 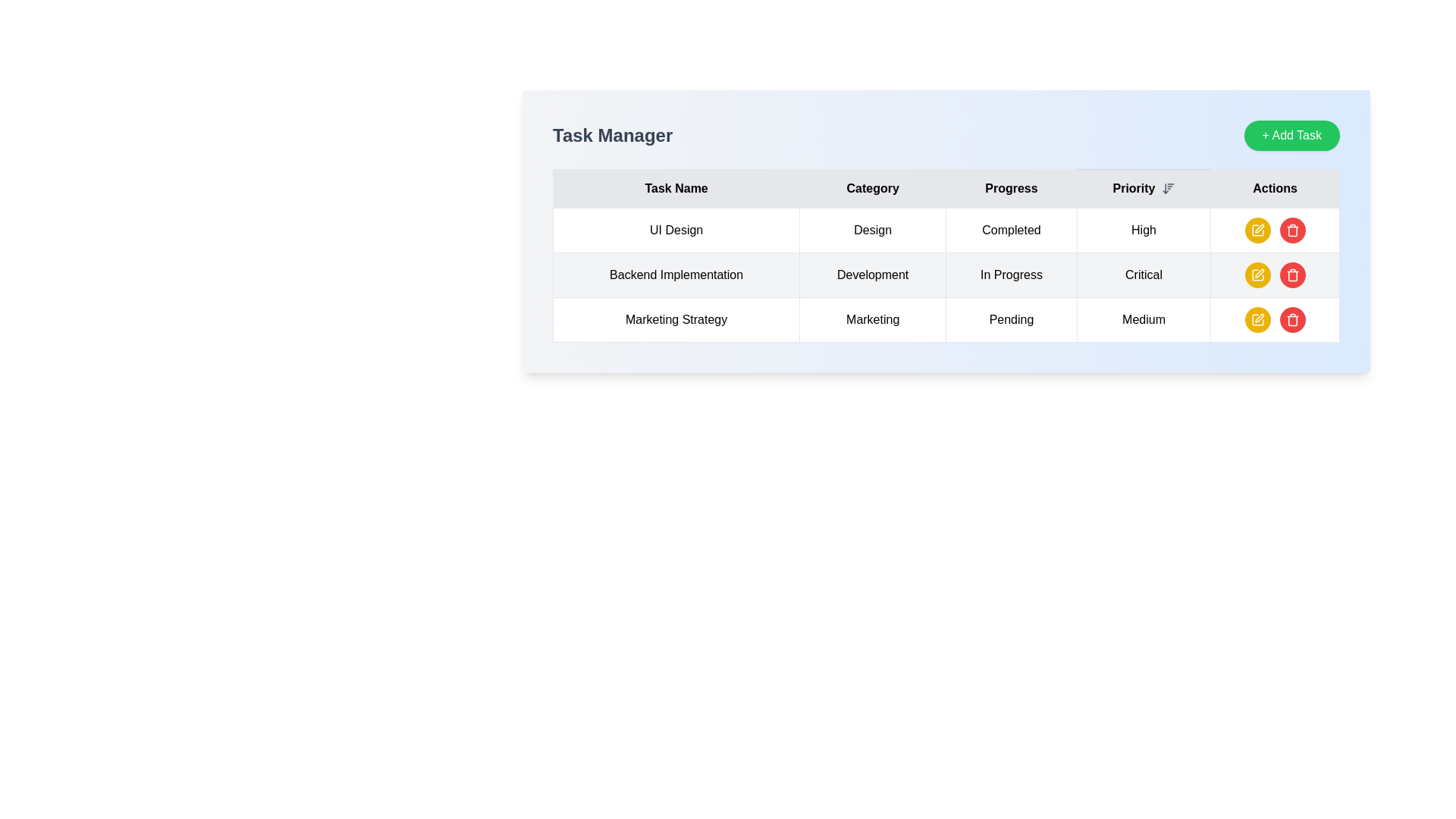 What do you see at coordinates (873, 231) in the screenshot?
I see `the 'Design' text label within the bordered cell in the second column of the first row of the task table` at bounding box center [873, 231].